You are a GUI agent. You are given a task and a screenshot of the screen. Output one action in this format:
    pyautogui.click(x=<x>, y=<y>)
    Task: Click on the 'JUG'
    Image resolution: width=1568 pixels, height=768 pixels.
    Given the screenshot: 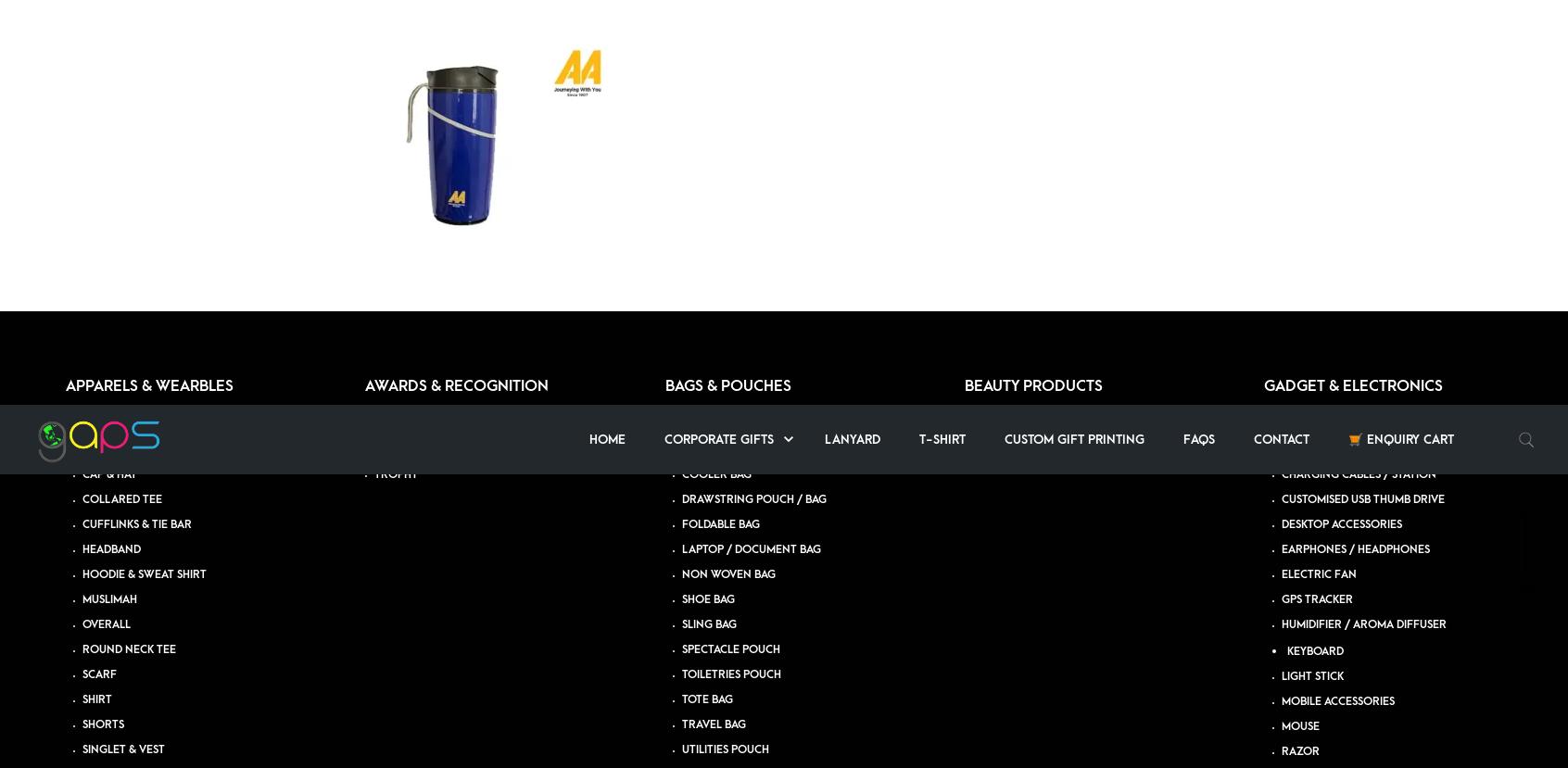 What is the action you would take?
    pyautogui.click(x=93, y=36)
    